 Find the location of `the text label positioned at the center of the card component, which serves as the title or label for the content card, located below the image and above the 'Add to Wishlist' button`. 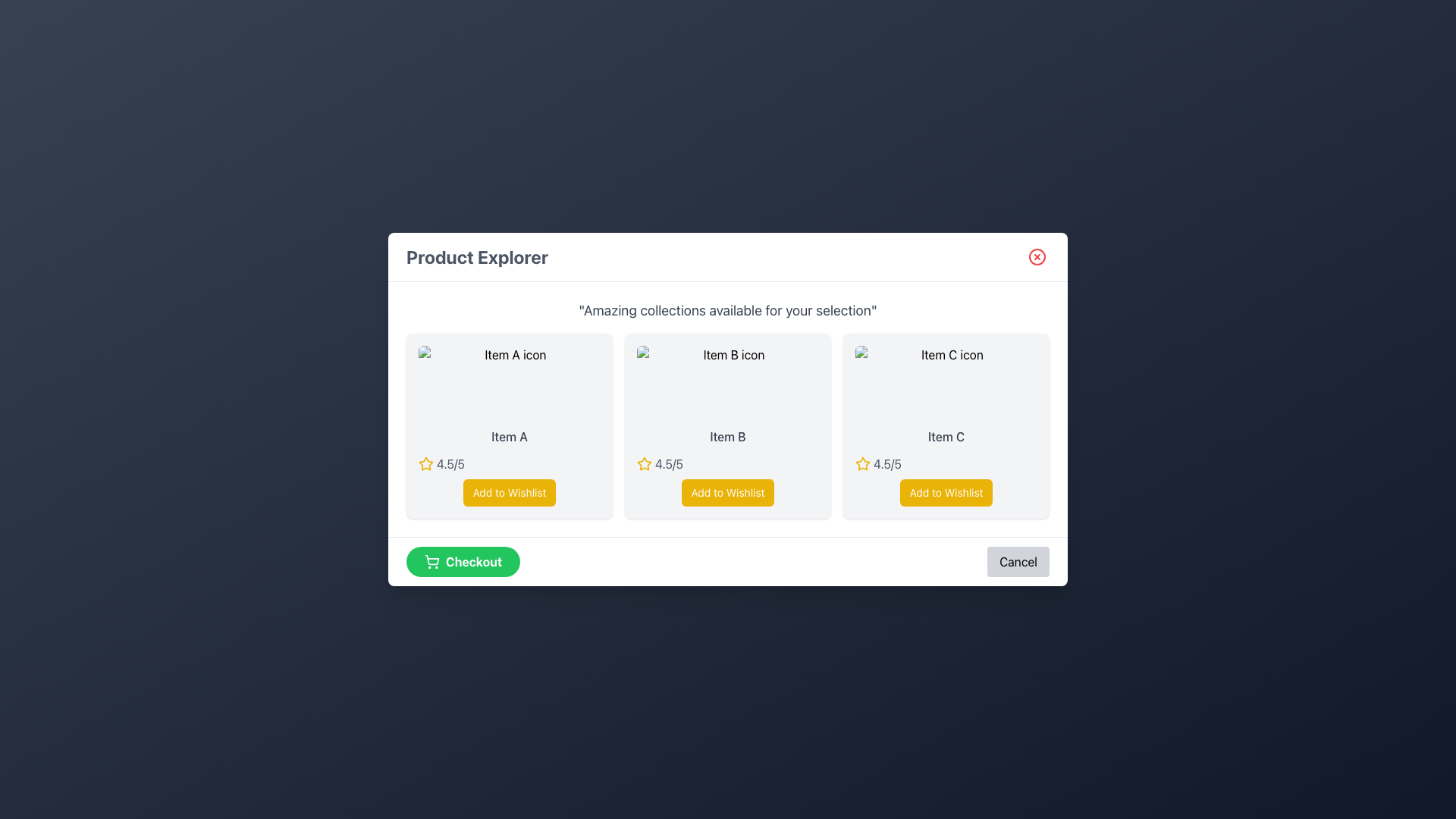

the text label positioned at the center of the card component, which serves as the title or label for the content card, located below the image and above the 'Add to Wishlist' button is located at coordinates (728, 436).